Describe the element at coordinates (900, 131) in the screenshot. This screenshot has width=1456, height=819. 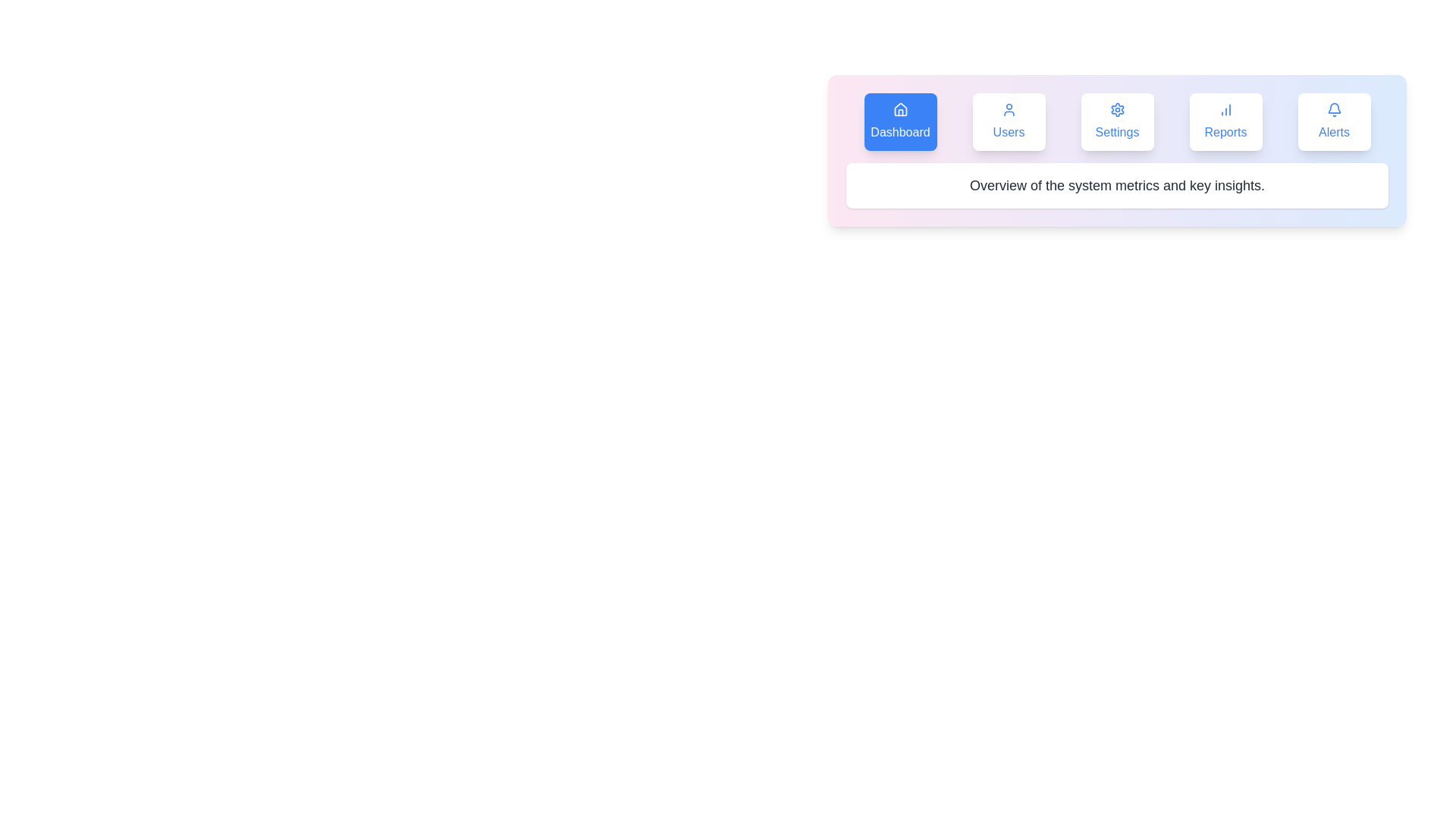
I see `text displayed in the 'Dashboard' text label located within the first button of a horizontal menu of options` at that location.